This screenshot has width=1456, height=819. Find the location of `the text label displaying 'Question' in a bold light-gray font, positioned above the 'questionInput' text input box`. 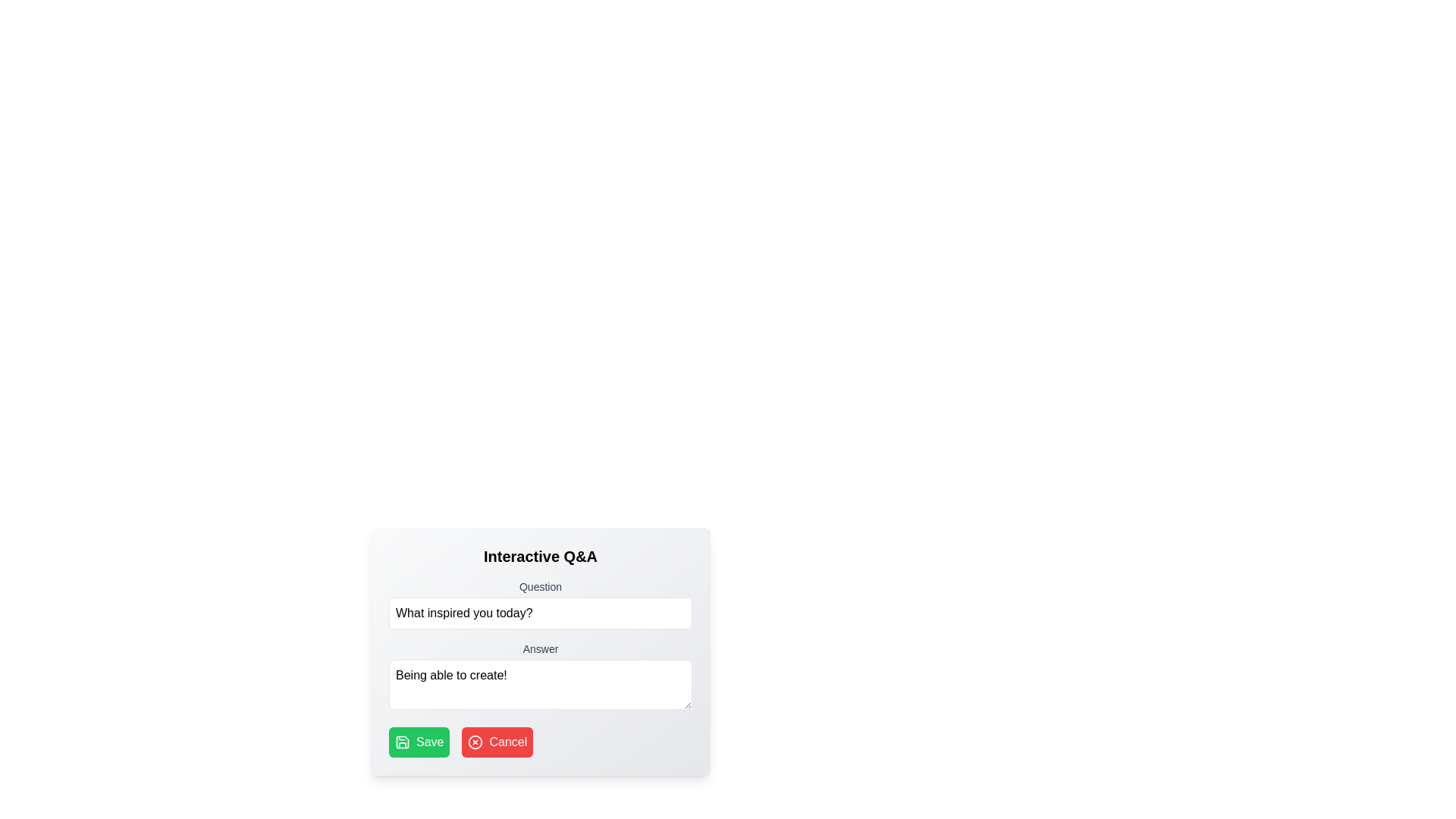

the text label displaying 'Question' in a bold light-gray font, positioned above the 'questionInput' text input box is located at coordinates (541, 586).